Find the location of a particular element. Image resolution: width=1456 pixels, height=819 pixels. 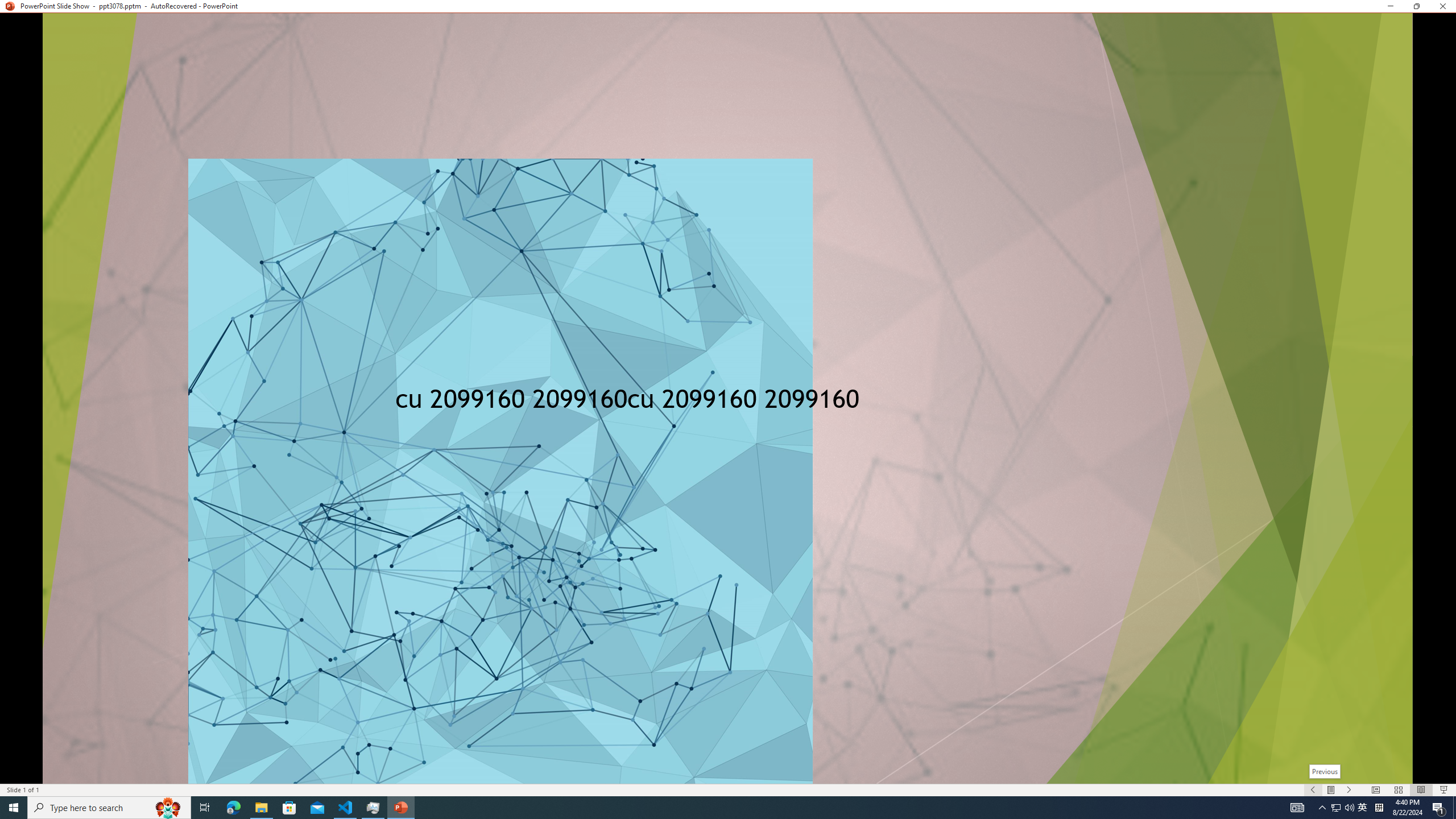

'Slide Show Next On' is located at coordinates (1349, 790).